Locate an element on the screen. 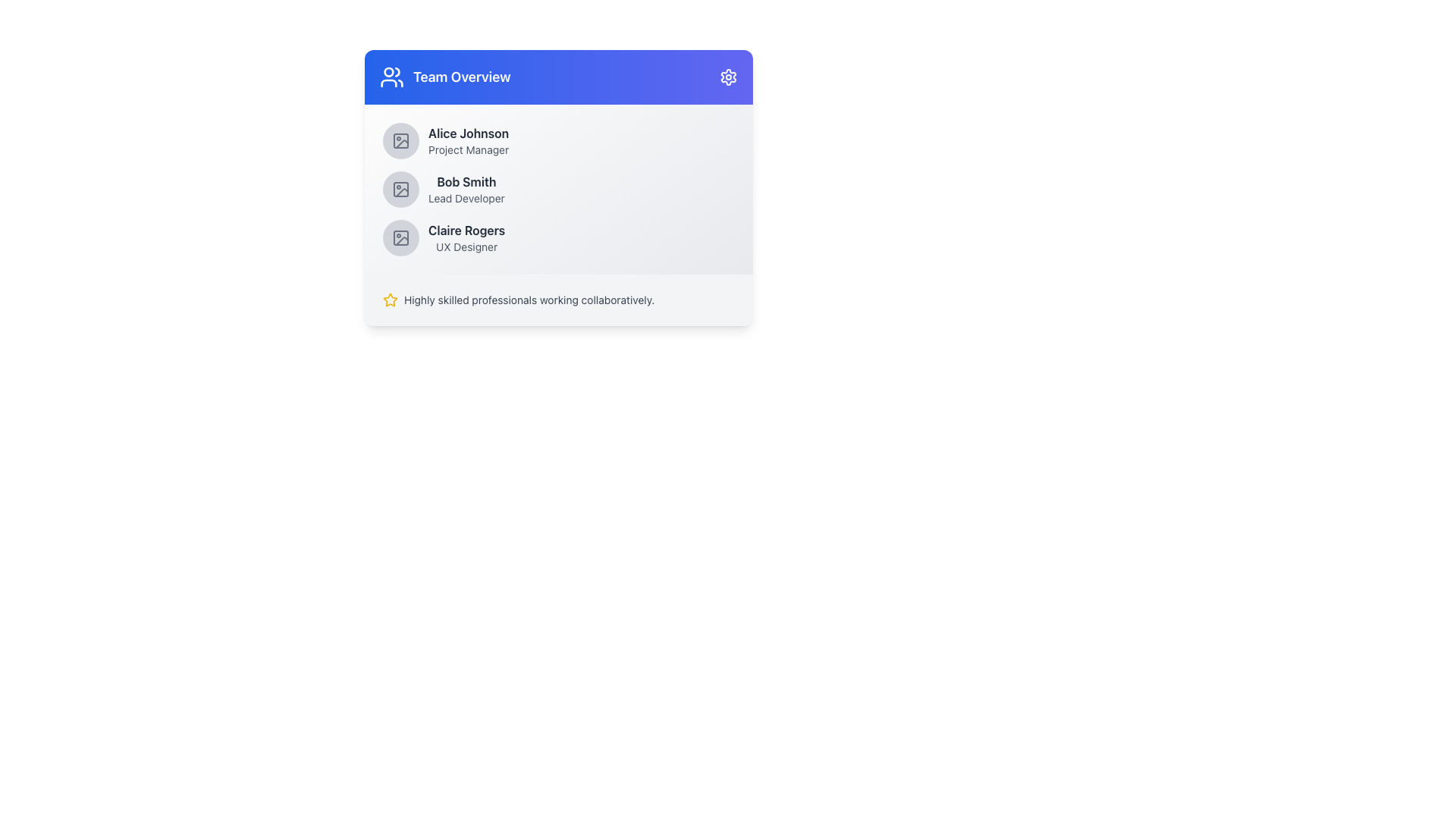  the 'Team Overview' header, which is styled in bold font and has a graphical icon representing a group of individuals, to focus on it is located at coordinates (444, 77).